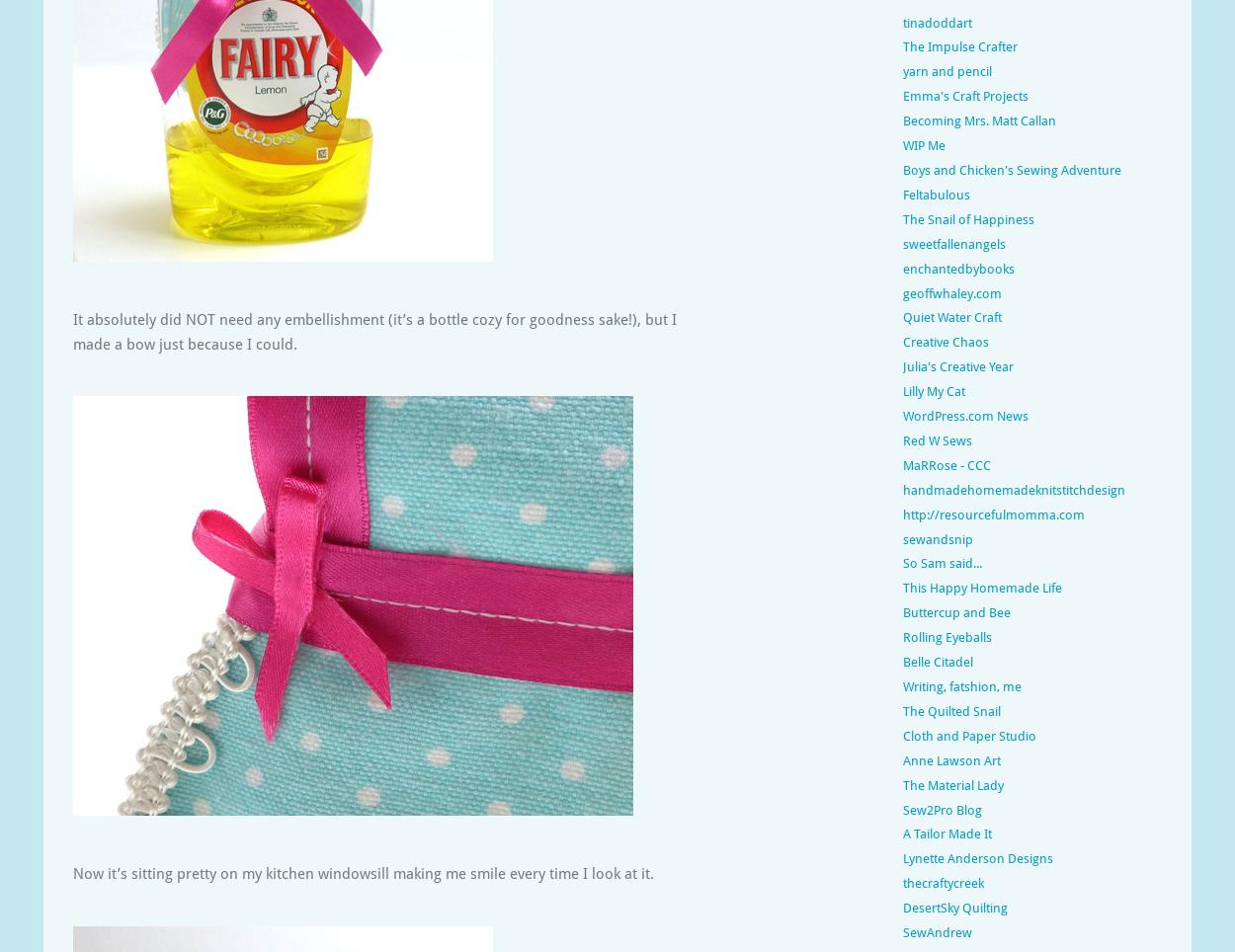 This screenshot has width=1235, height=952. Describe the element at coordinates (937, 932) in the screenshot. I see `'SewAndrew'` at that location.